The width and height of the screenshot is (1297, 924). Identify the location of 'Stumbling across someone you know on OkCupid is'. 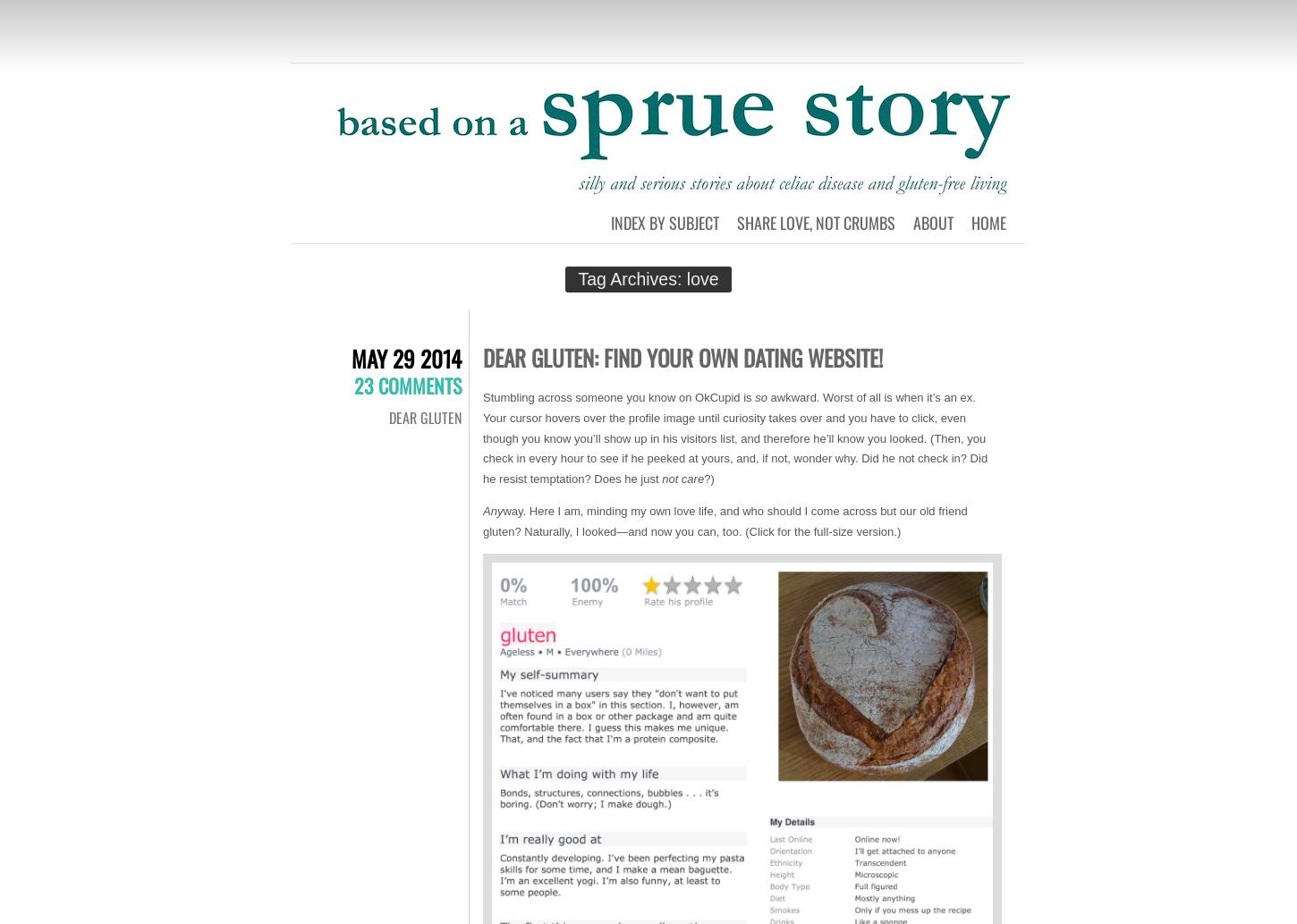
(617, 397).